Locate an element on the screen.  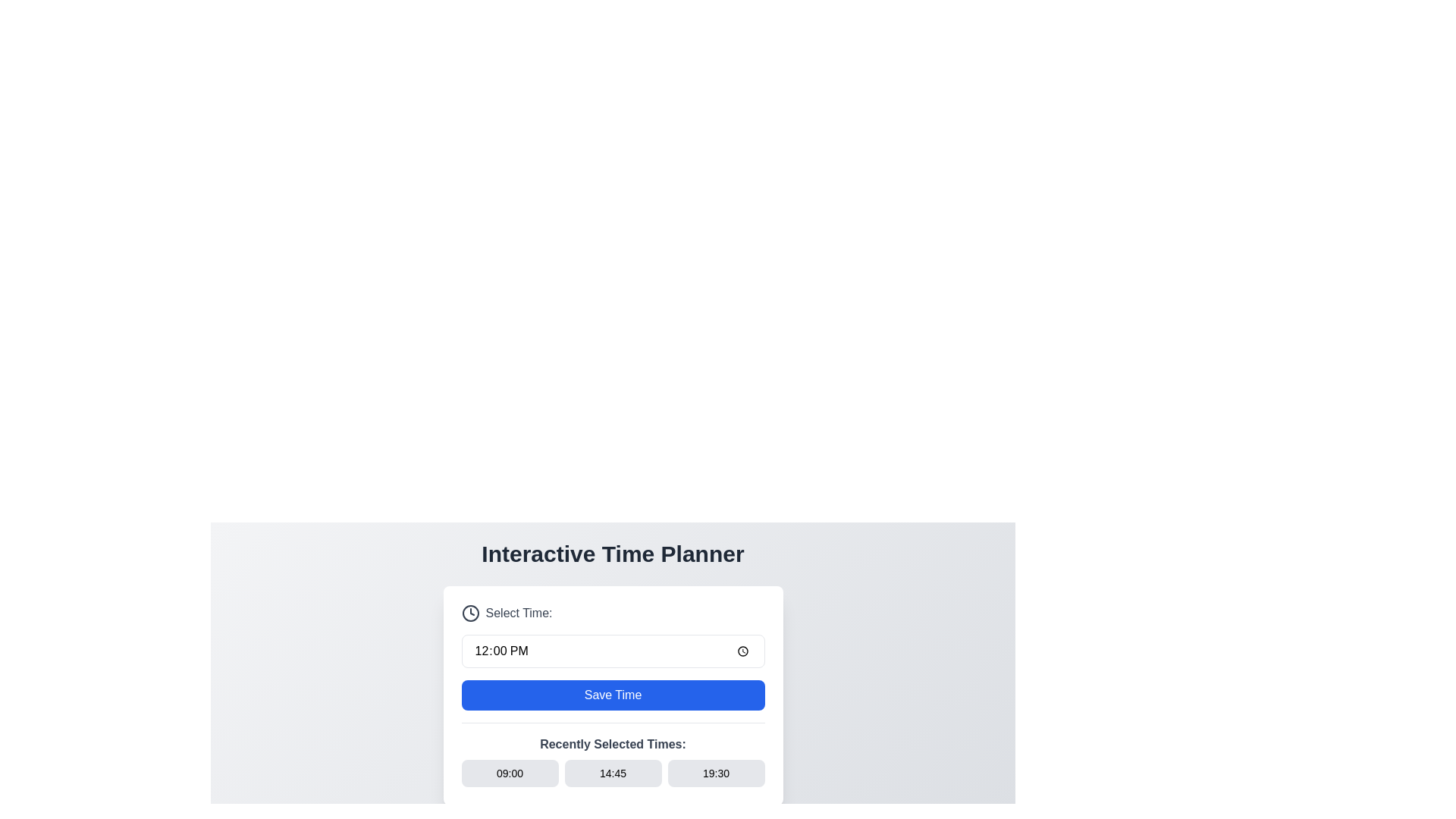
the middle button displaying the time '14:45' in the 'Recently Selected Times' section is located at coordinates (613, 773).